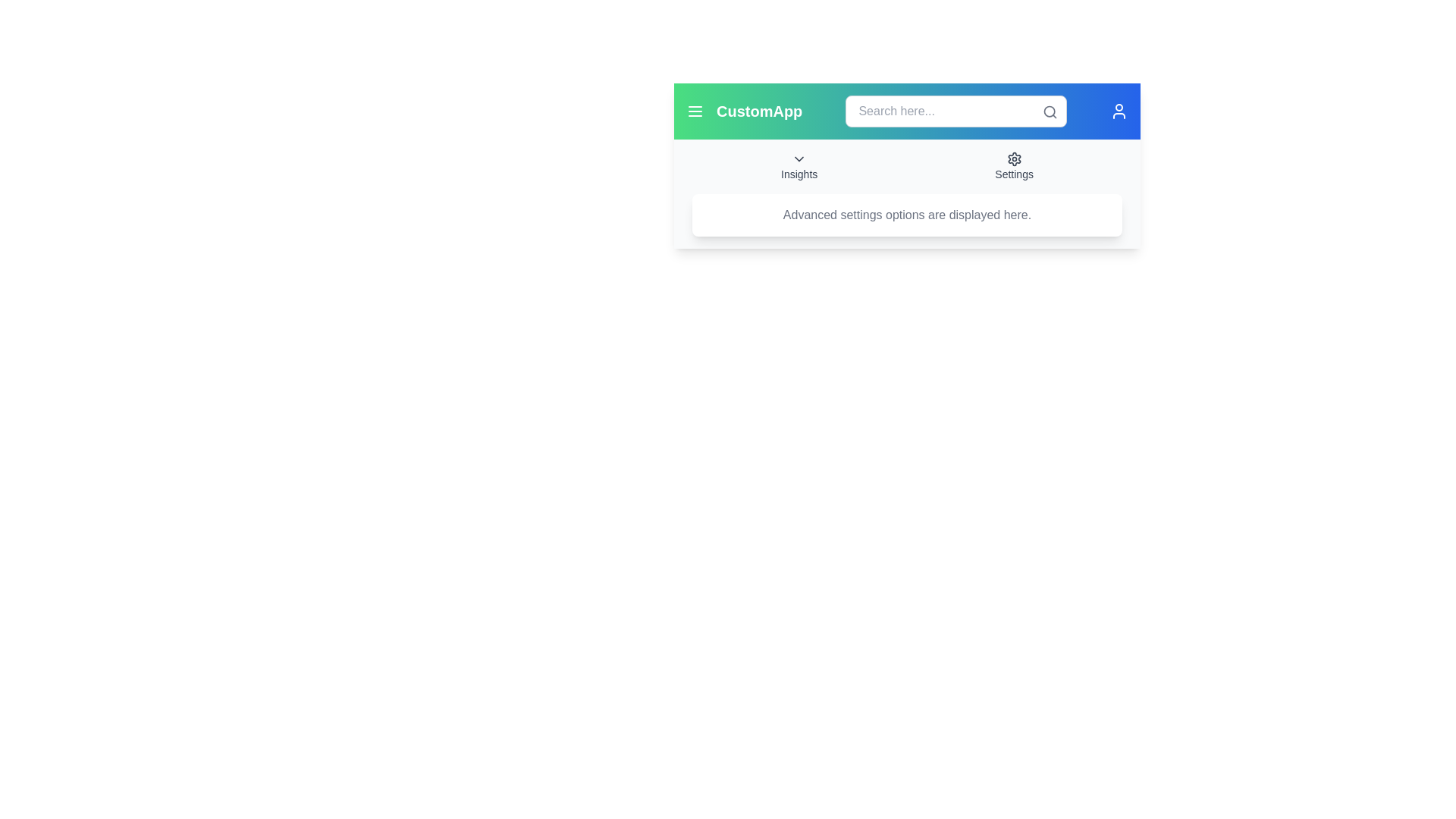 This screenshot has height=819, width=1456. What do you see at coordinates (1014, 174) in the screenshot?
I see `the text label that serves as a label for the settings menu, located beneath the settings cogwheel icon in the top-right section of the interface` at bounding box center [1014, 174].